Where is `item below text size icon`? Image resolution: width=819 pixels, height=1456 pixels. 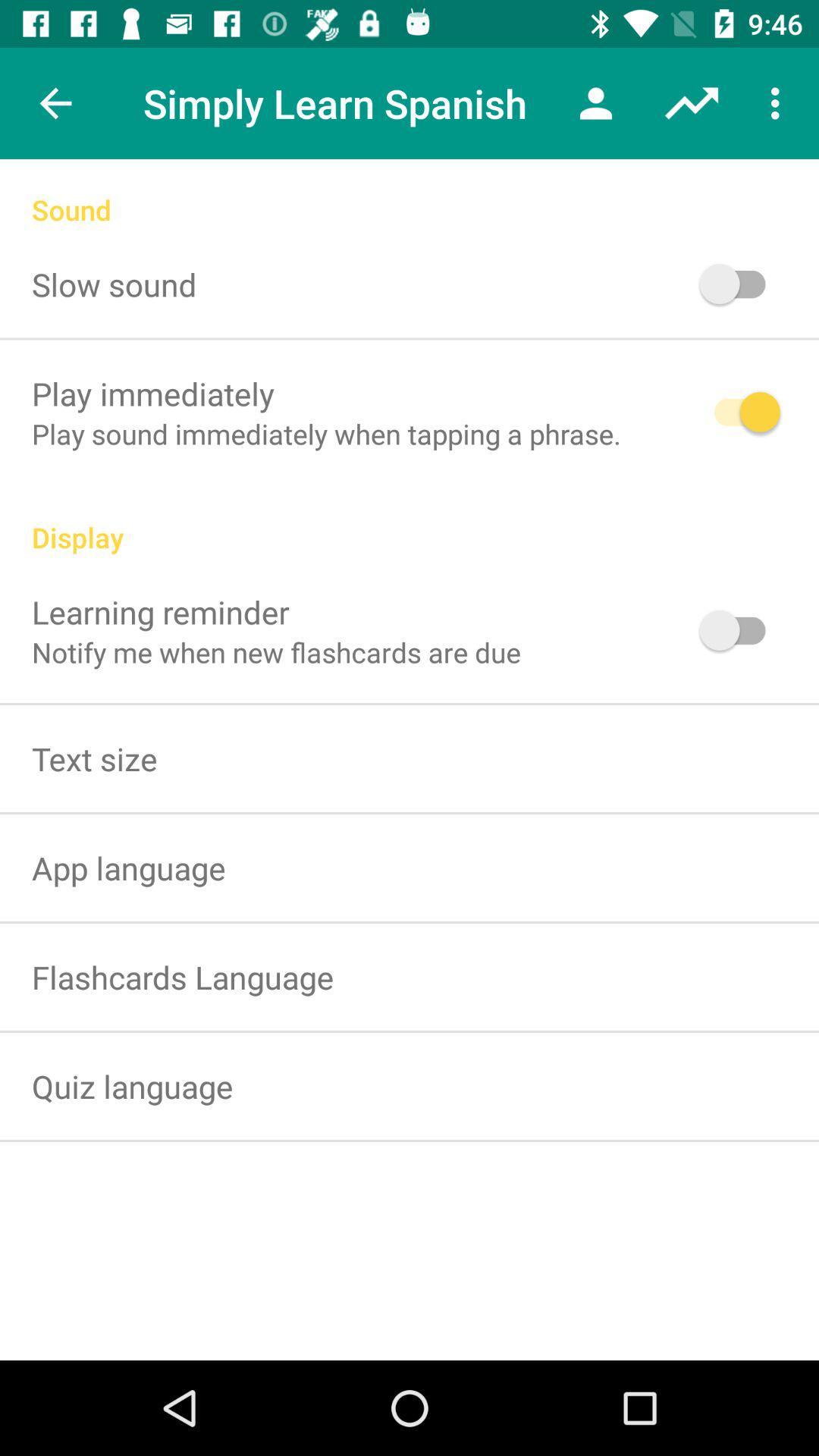
item below text size icon is located at coordinates (127, 868).